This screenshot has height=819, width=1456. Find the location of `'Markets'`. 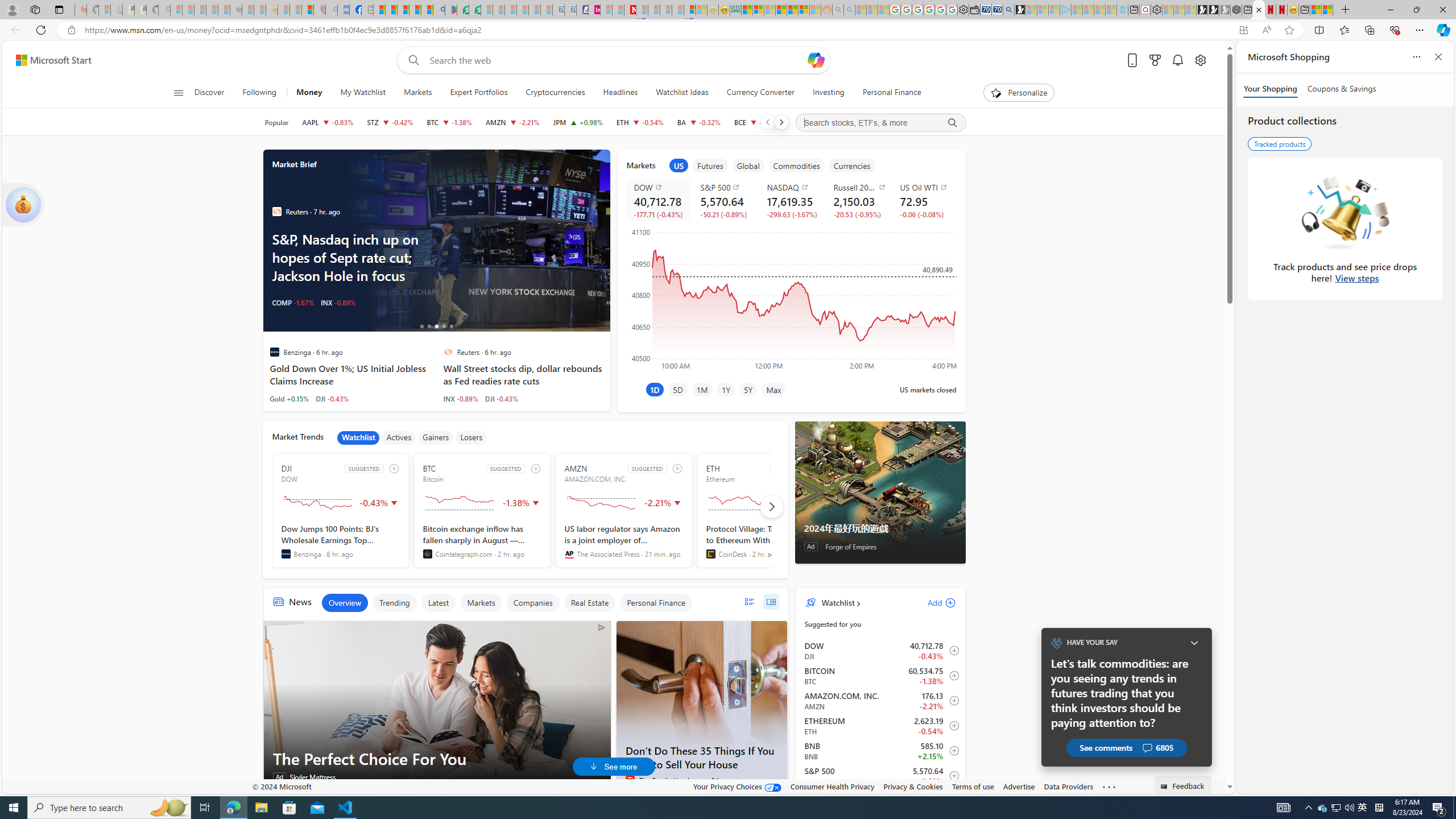

'Markets' is located at coordinates (481, 602).